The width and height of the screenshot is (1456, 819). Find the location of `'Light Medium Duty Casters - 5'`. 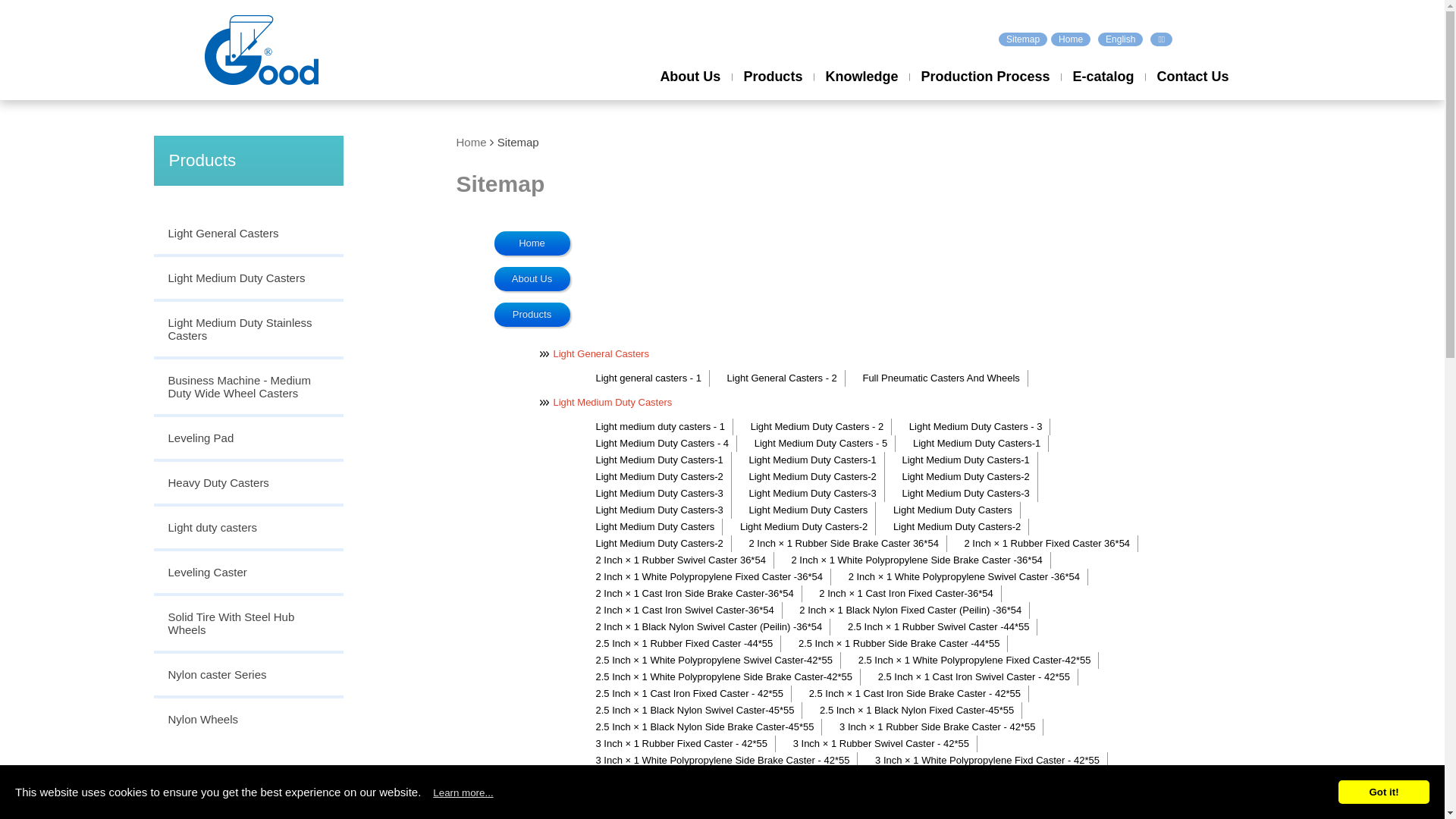

'Light Medium Duty Casters - 5' is located at coordinates (743, 444).